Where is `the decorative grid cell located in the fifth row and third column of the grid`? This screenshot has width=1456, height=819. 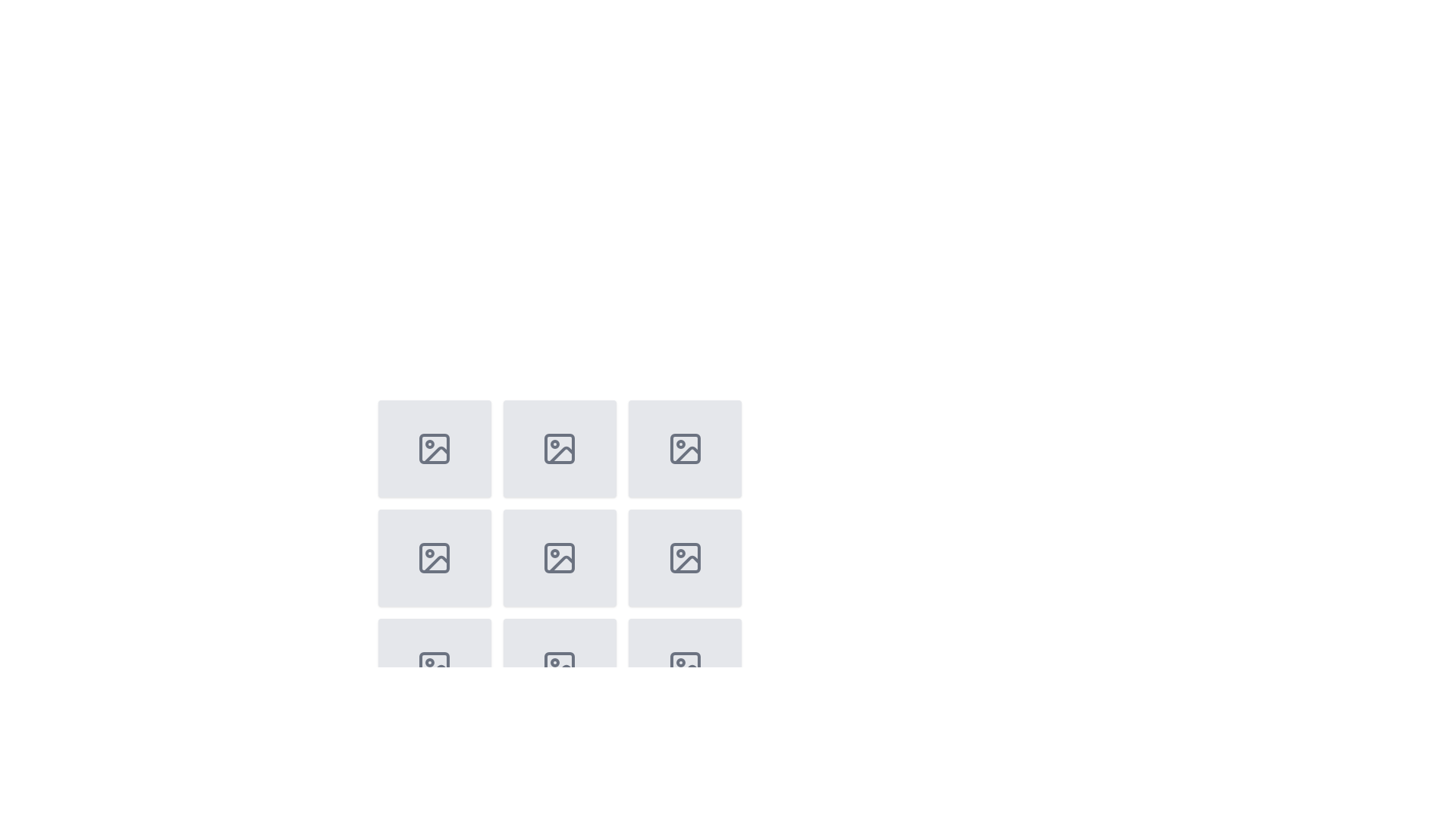
the decorative grid cell located in the fifth row and third column of the grid is located at coordinates (684, 558).